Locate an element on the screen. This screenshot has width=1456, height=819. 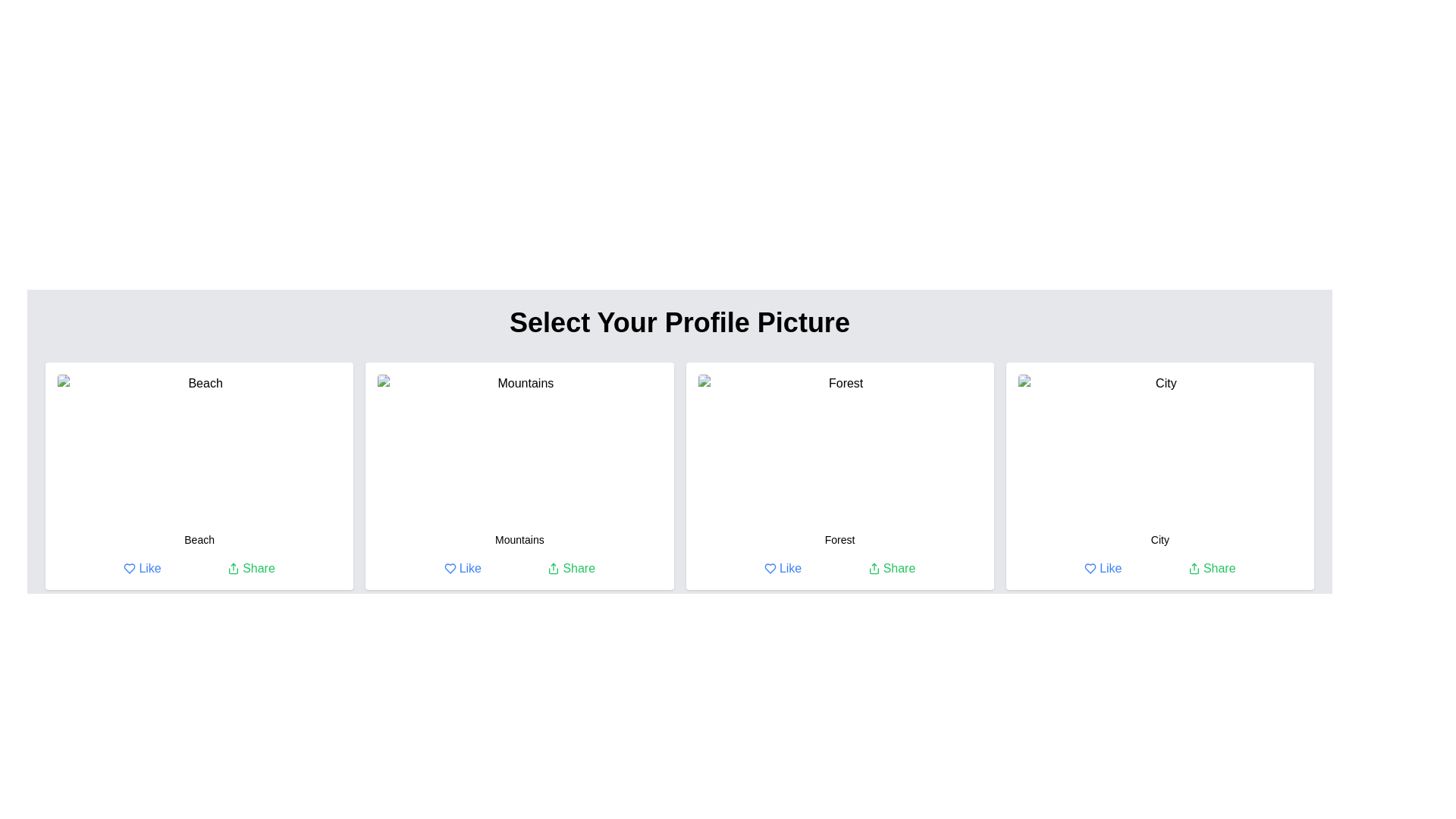
the heart icon located in the 'Like' action area under the 'Forest' profile picture card is located at coordinates (770, 568).